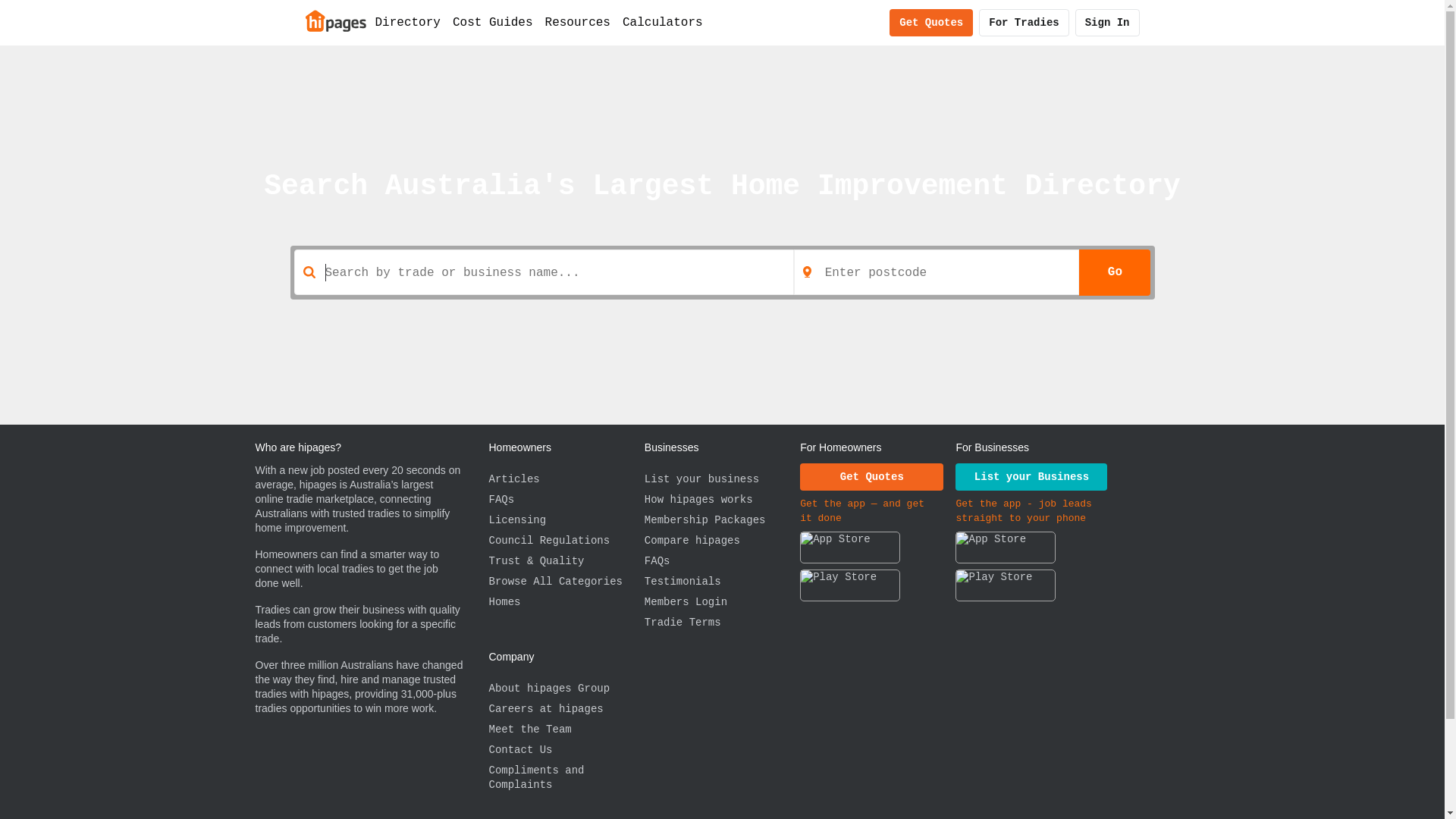 Image resolution: width=1456 pixels, height=819 pixels. I want to click on 'Membership Packages', so click(721, 519).